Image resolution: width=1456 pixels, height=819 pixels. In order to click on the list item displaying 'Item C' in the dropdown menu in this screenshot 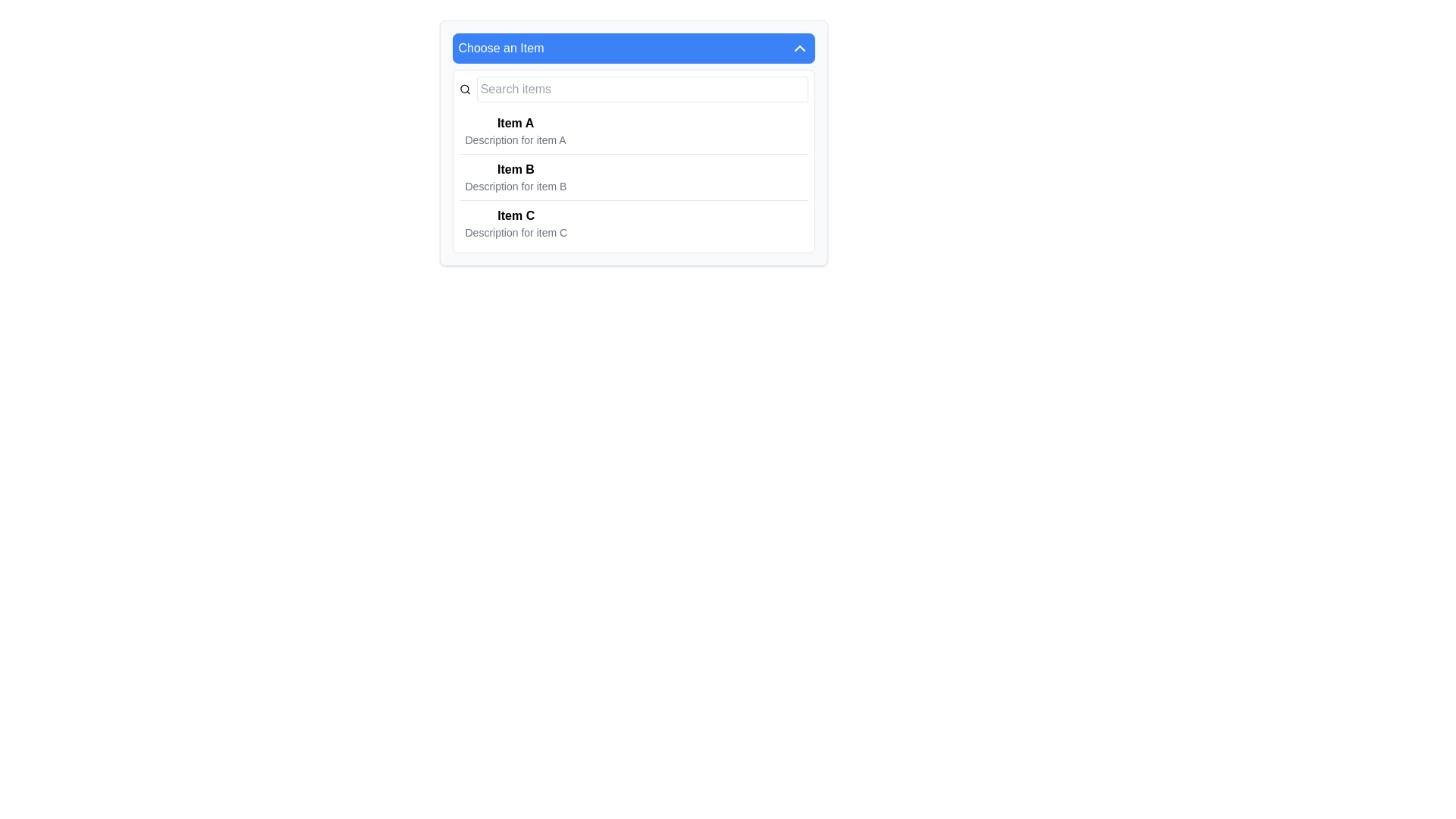, I will do `click(516, 223)`.